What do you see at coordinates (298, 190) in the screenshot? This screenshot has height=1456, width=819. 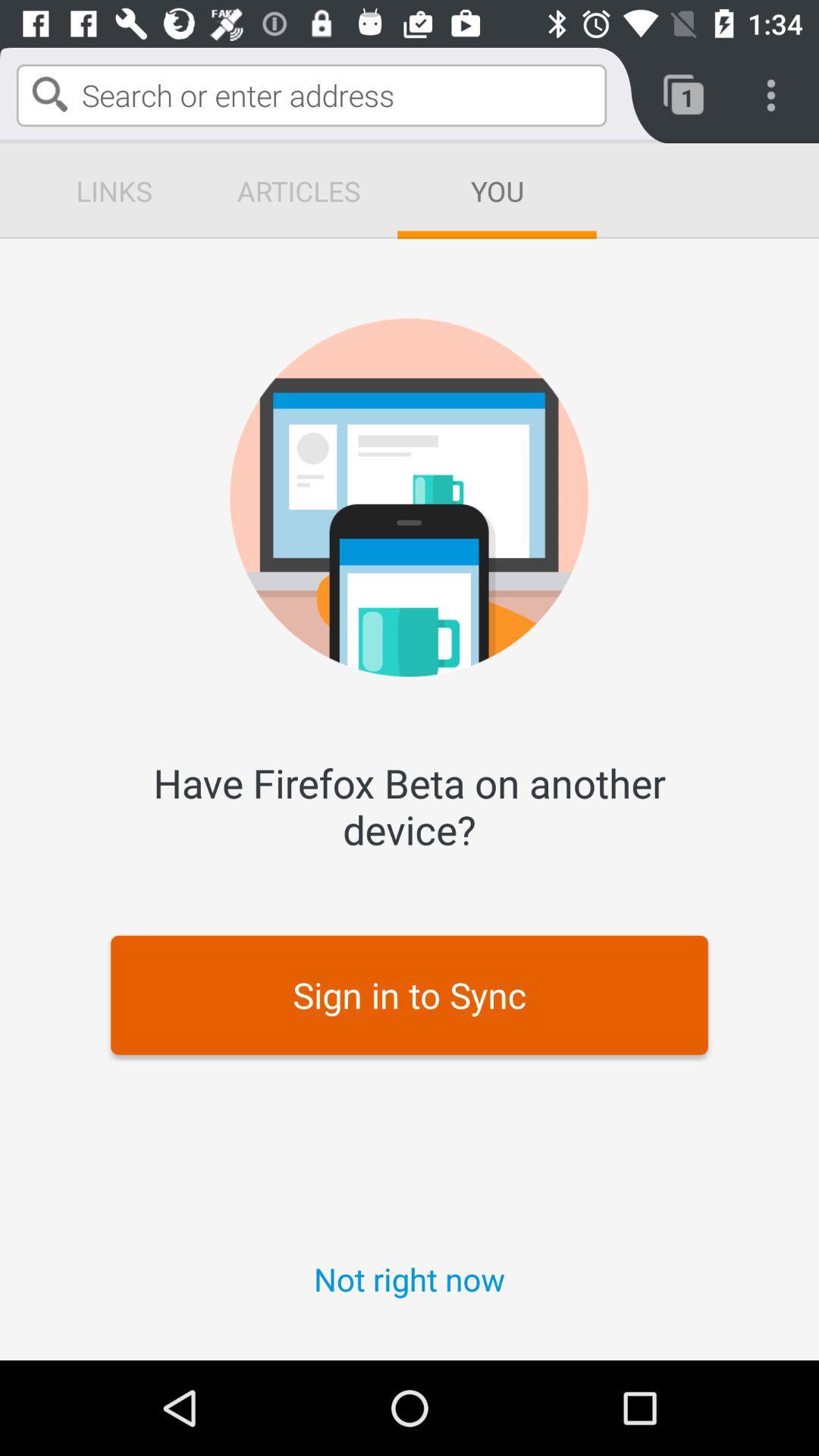 I see `the articles at the top of the page` at bounding box center [298, 190].